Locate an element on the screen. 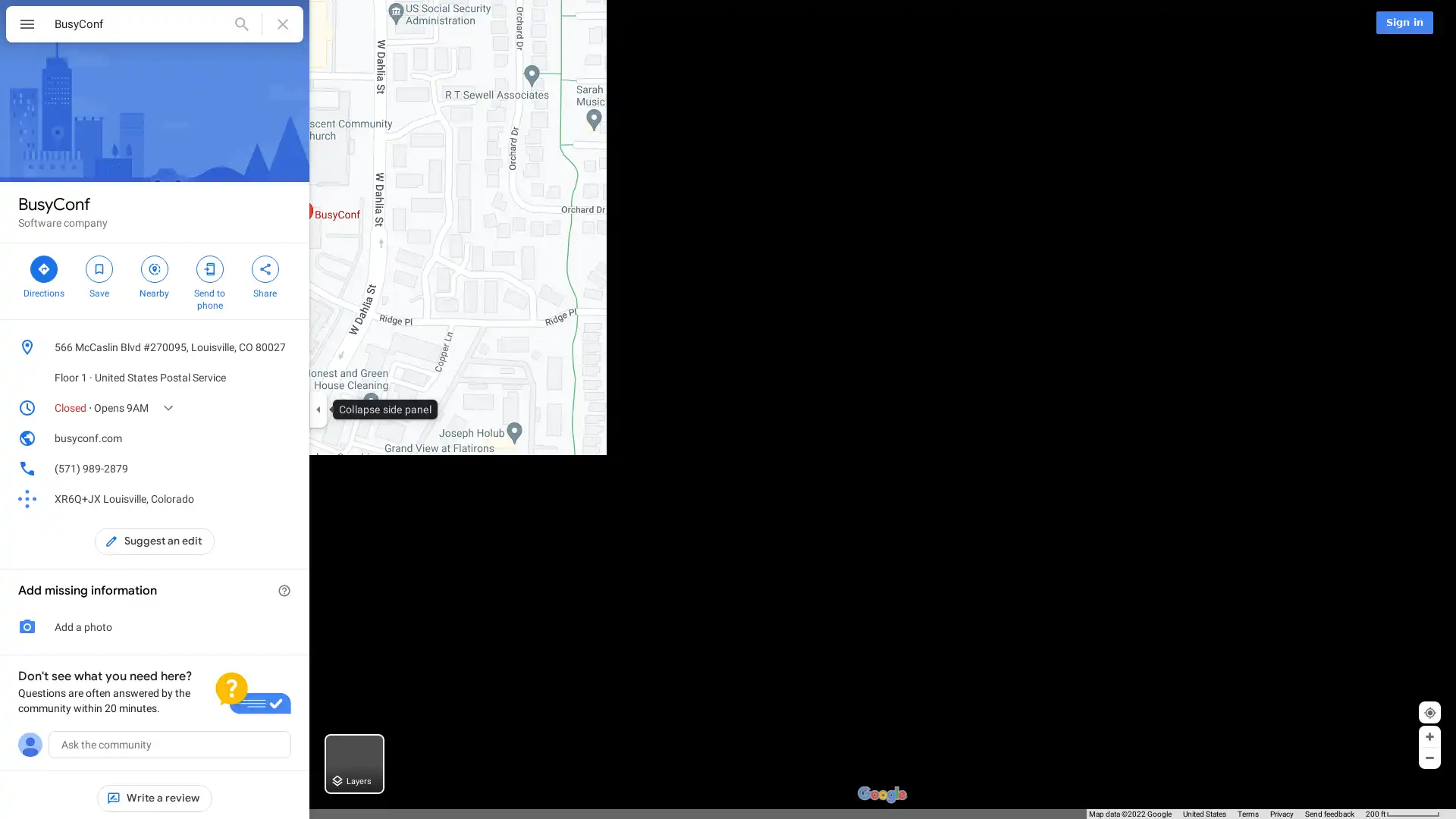 The height and width of the screenshot is (819, 1456). Copy website is located at coordinates (284, 438).